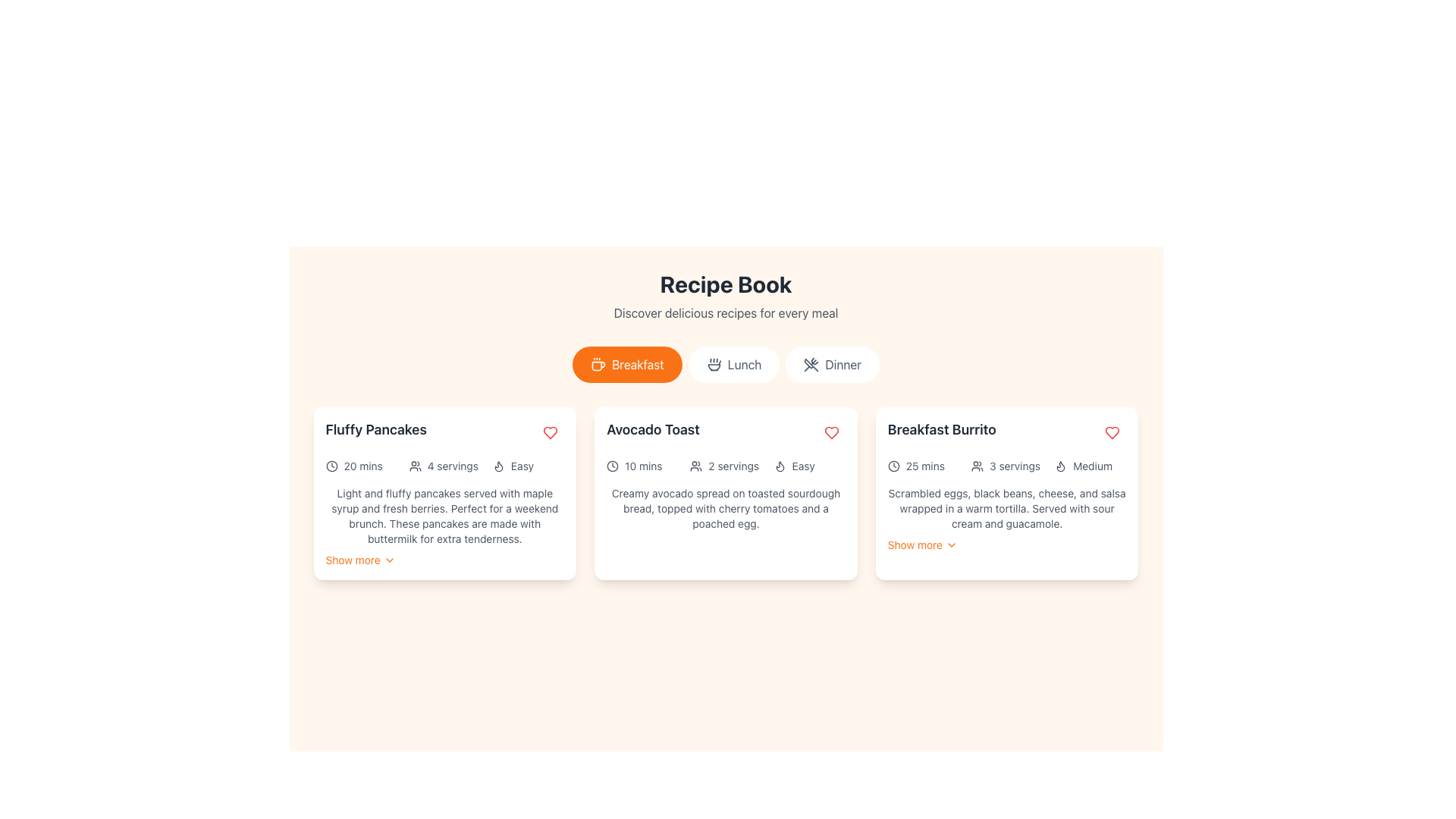  Describe the element at coordinates (843, 365) in the screenshot. I see `the 'Dinner' text label within the category button` at that location.